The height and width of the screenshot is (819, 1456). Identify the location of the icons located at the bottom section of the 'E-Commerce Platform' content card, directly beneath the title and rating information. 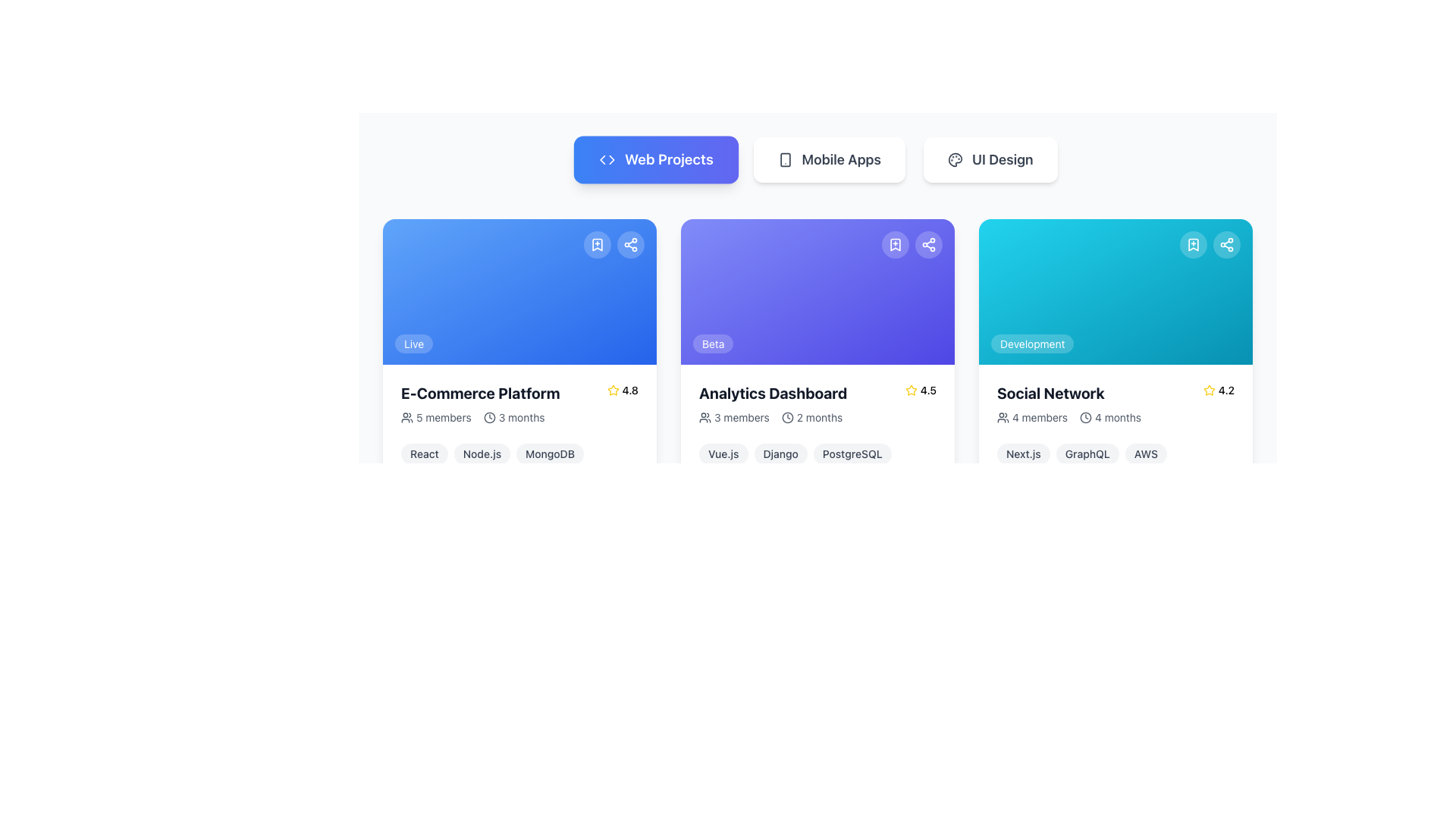
(519, 418).